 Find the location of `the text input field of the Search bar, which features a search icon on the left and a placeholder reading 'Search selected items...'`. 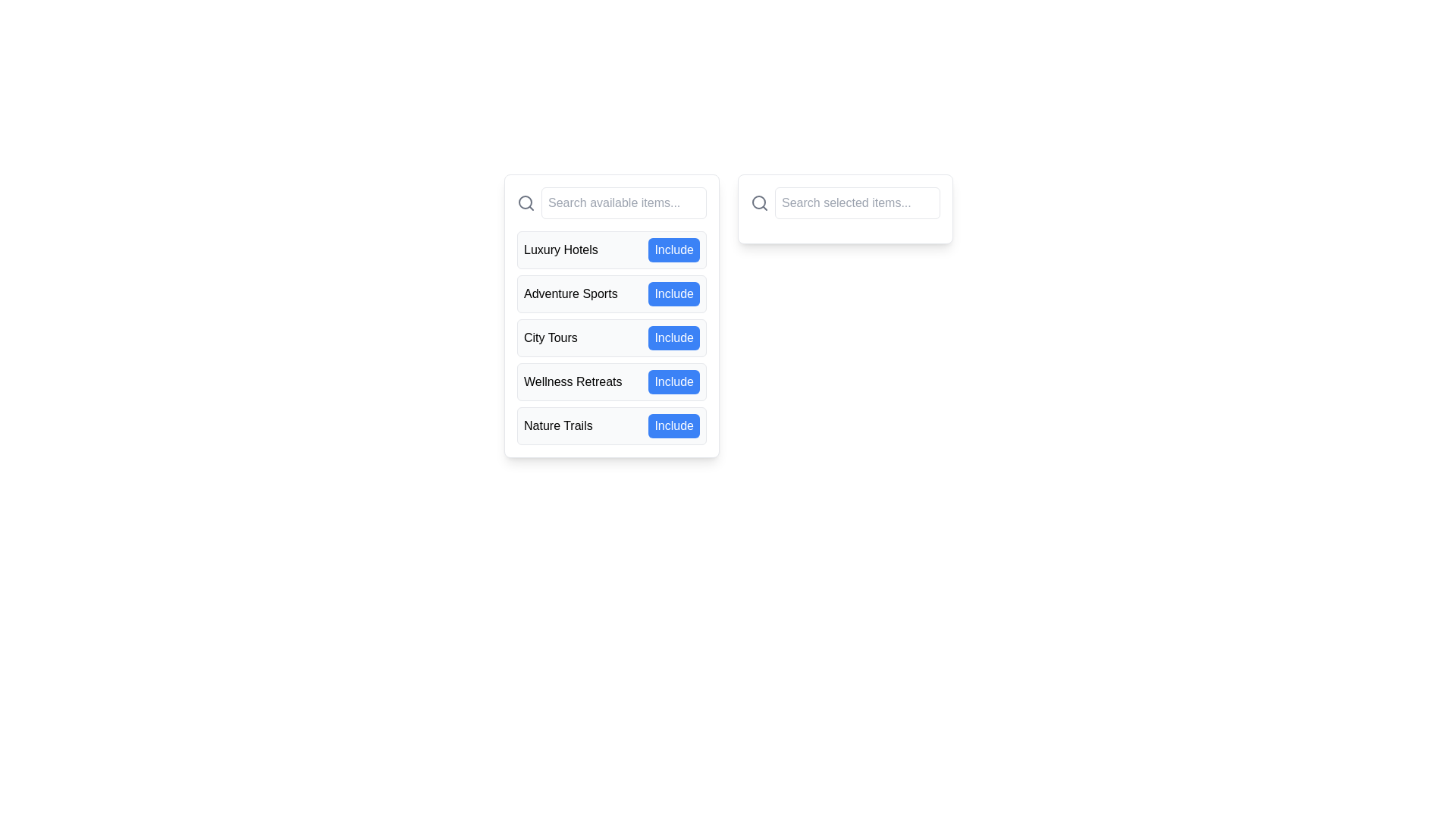

the text input field of the Search bar, which features a search icon on the left and a placeholder reading 'Search selected items...' is located at coordinates (844, 202).